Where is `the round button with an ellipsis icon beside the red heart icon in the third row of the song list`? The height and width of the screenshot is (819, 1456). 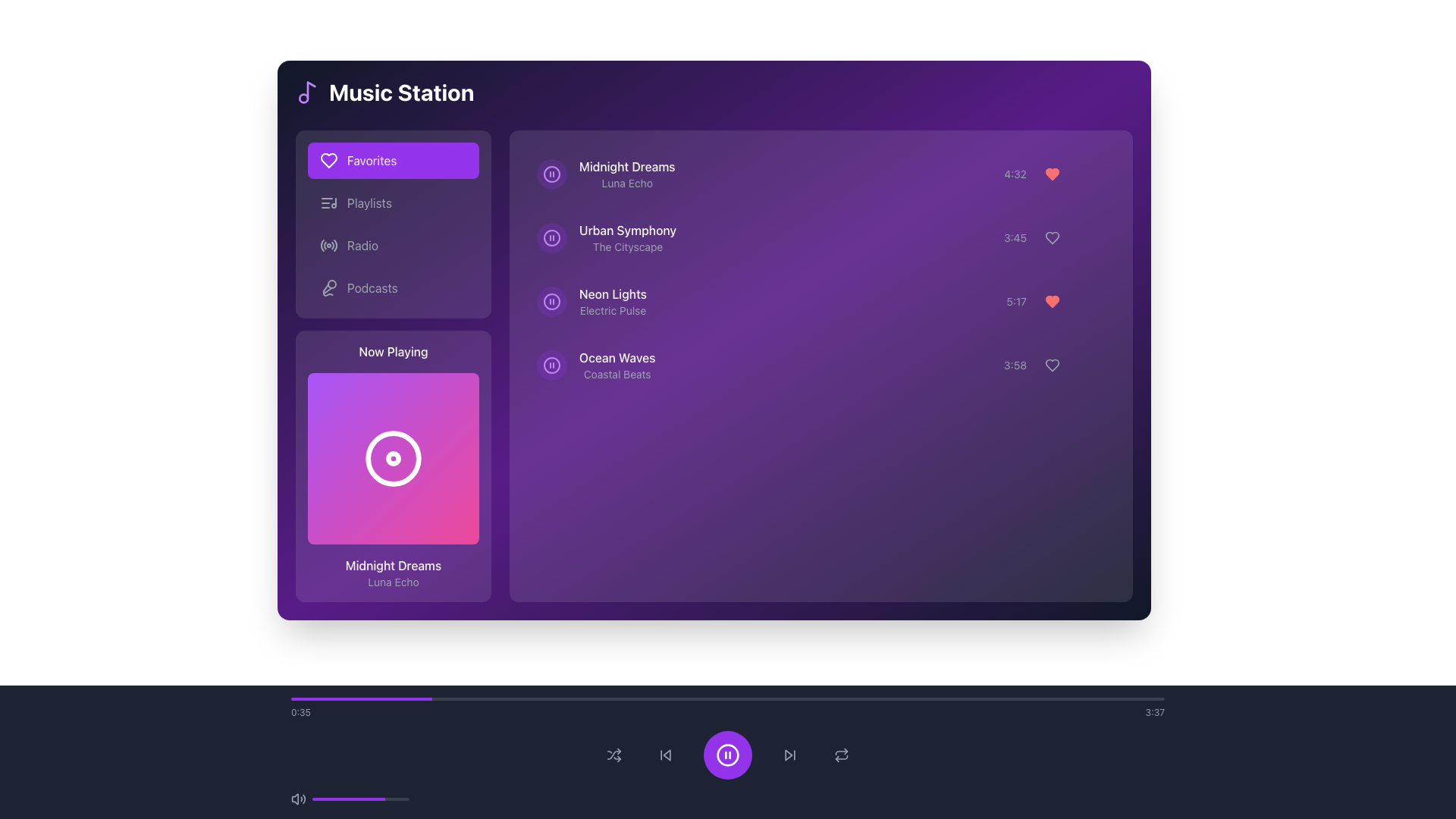 the round button with an ellipsis icon beside the red heart icon in the third row of the song list is located at coordinates (1092, 301).